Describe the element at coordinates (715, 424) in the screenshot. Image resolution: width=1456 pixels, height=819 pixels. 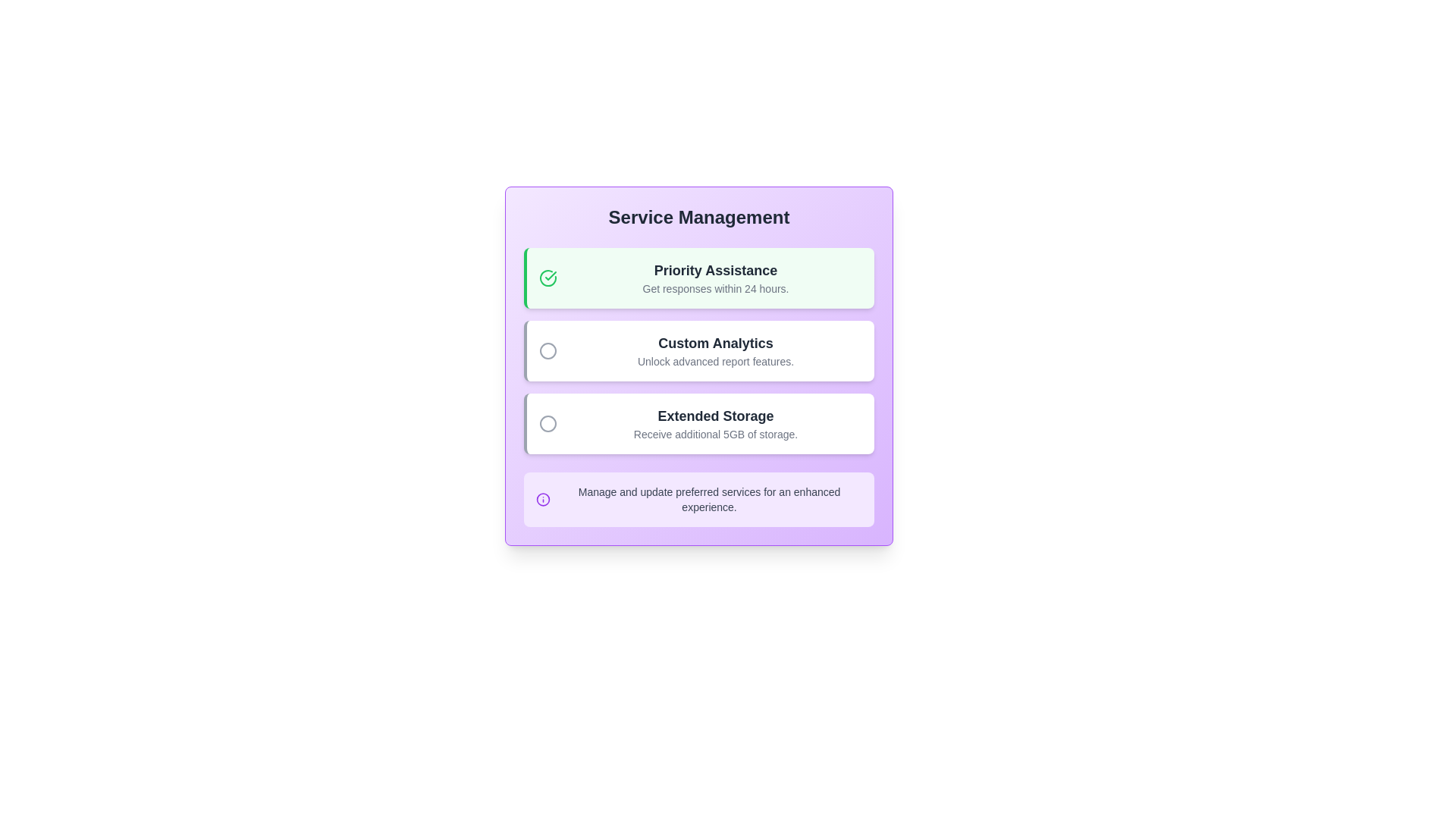
I see `information displayed in the 'Extended Storage' text element, which specifies that it provides an additional 5GB of storage and is part of a selectable card component under 'Service Management'` at that location.